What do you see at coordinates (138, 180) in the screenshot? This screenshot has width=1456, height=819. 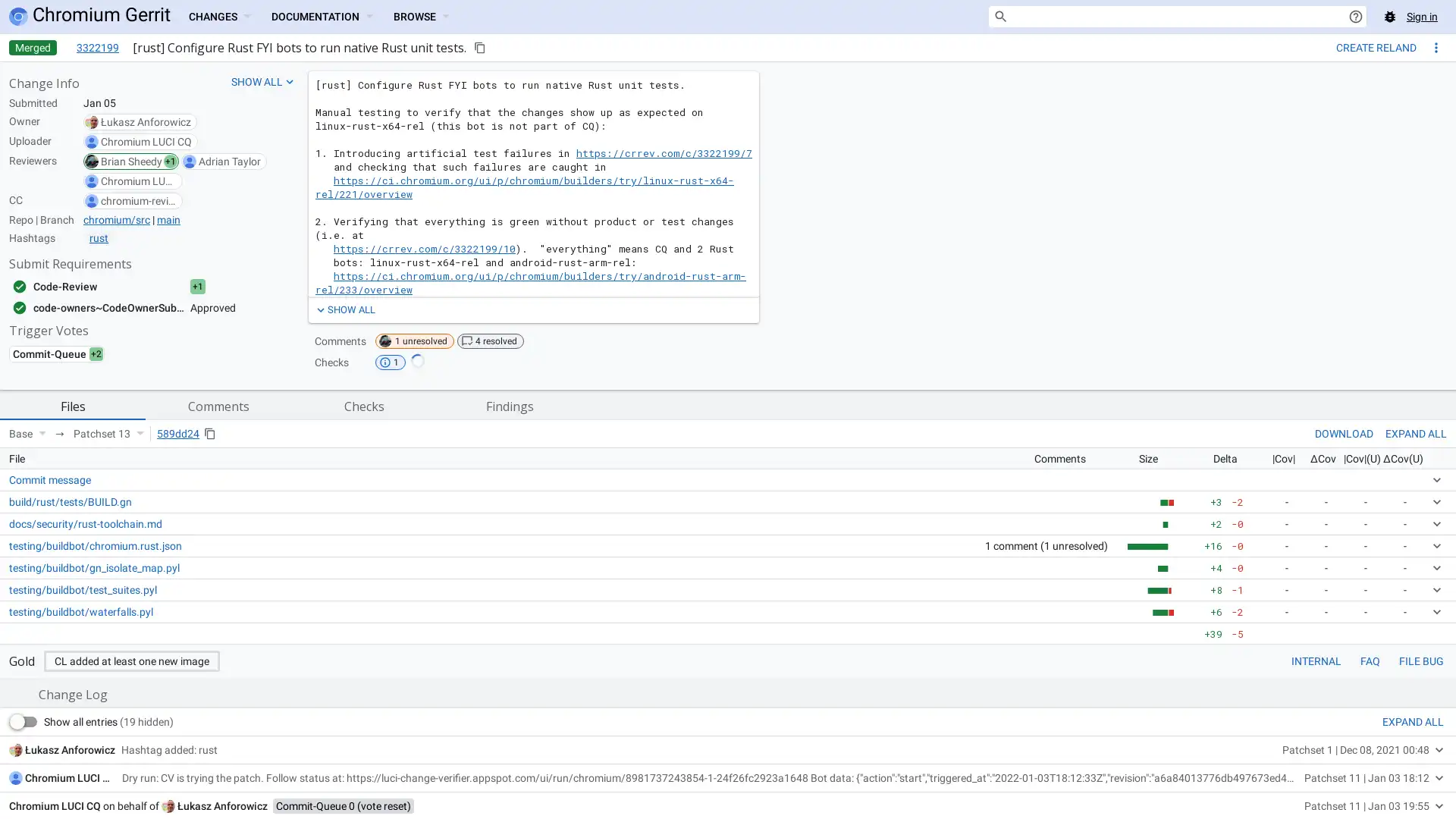 I see `Chromium LUCI CQ` at bounding box center [138, 180].